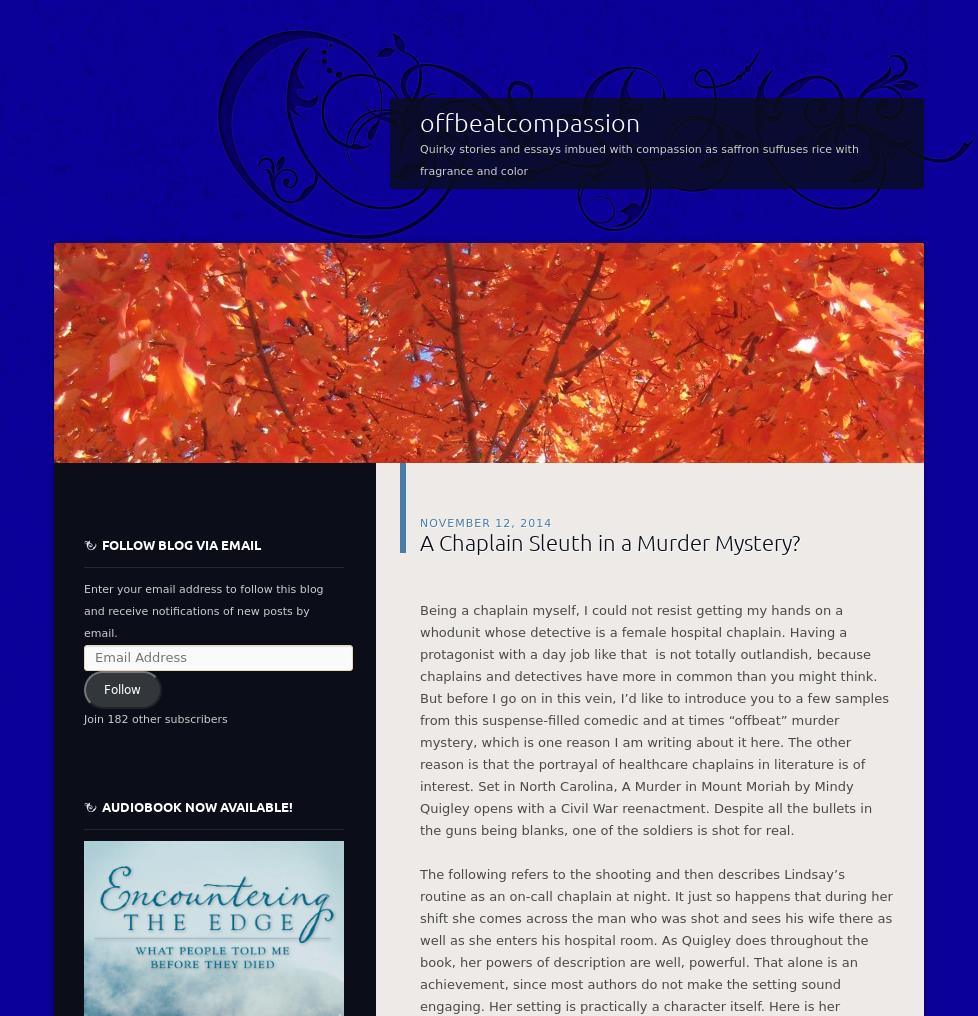 The height and width of the screenshot is (1016, 978). What do you see at coordinates (484, 521) in the screenshot?
I see `'November 12, 2014'` at bounding box center [484, 521].